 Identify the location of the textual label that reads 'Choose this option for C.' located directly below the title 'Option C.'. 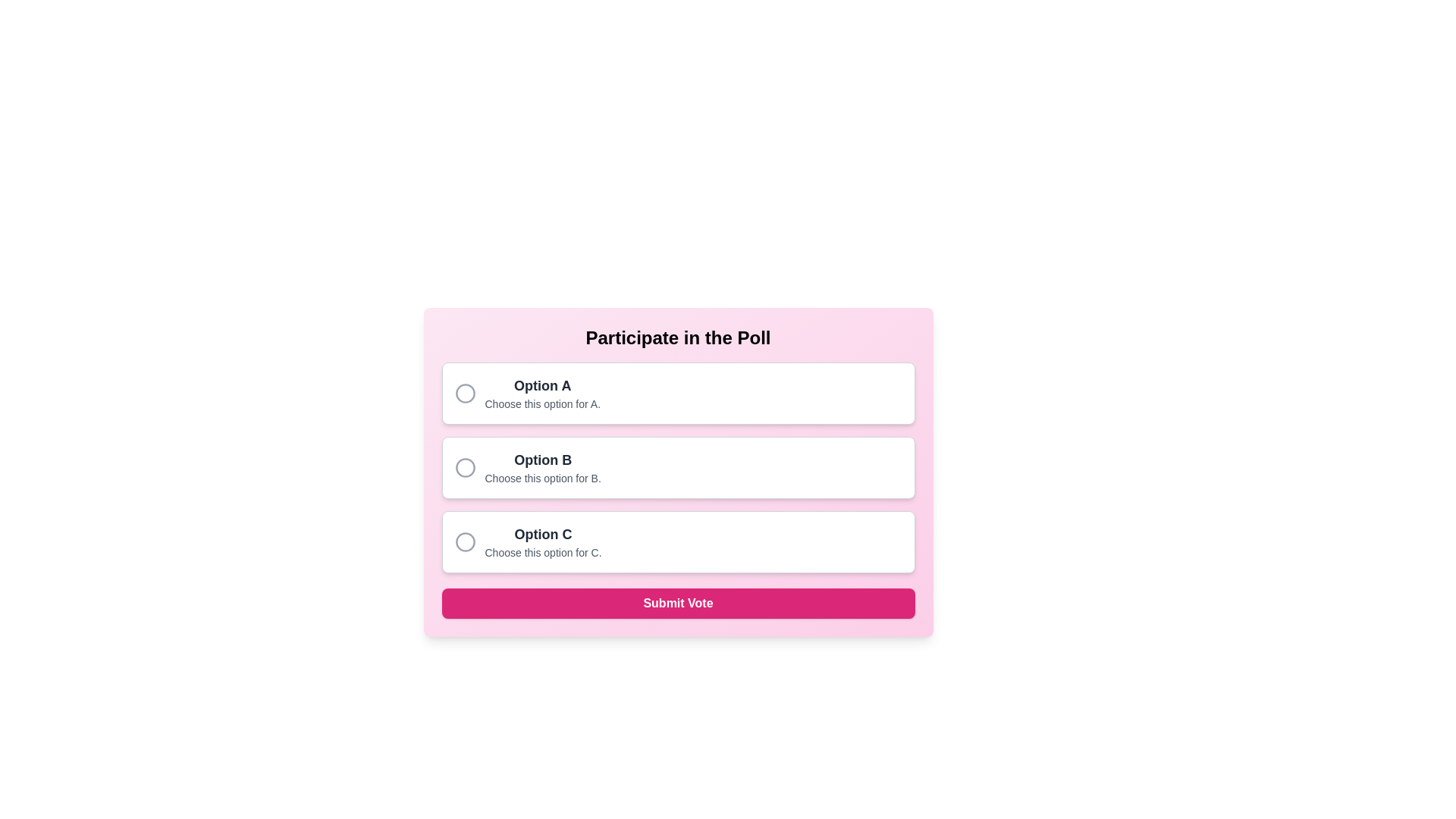
(543, 553).